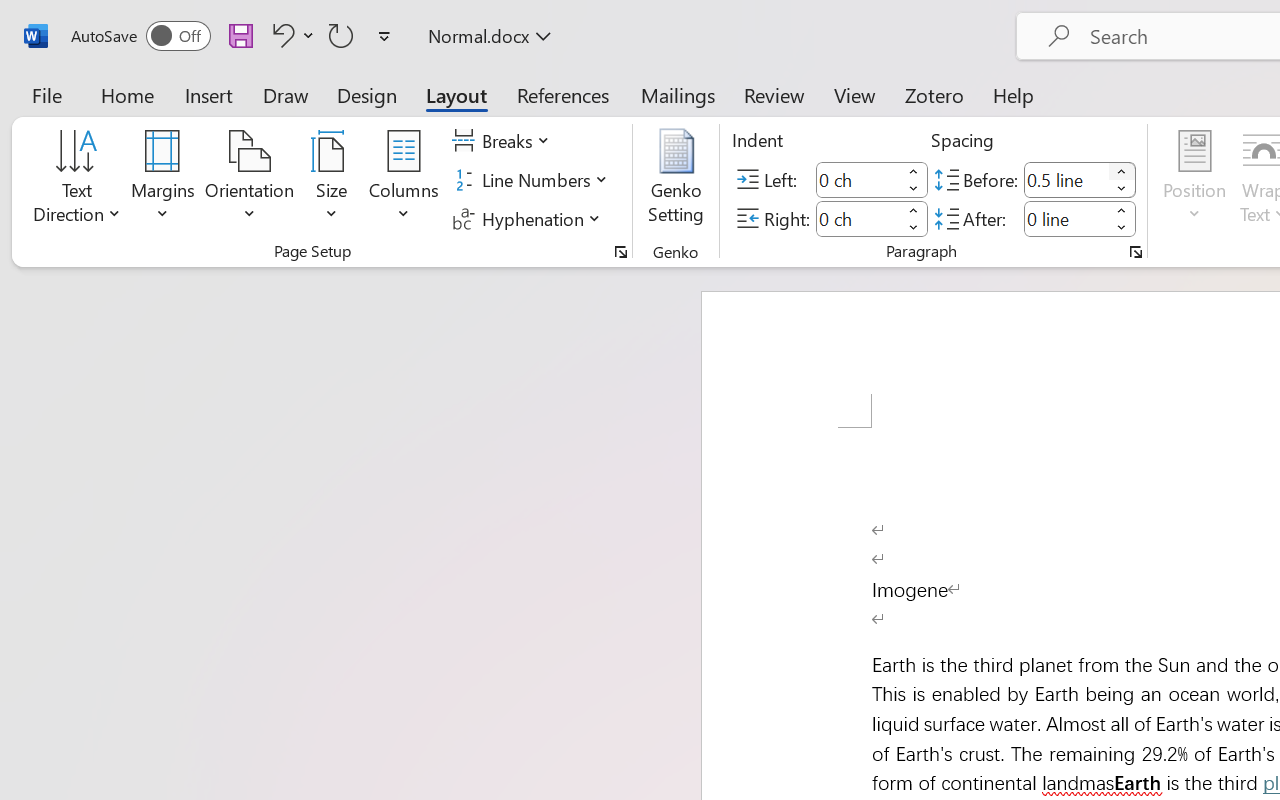 The height and width of the screenshot is (800, 1280). Describe the element at coordinates (676, 179) in the screenshot. I see `'Genko Setting...'` at that location.